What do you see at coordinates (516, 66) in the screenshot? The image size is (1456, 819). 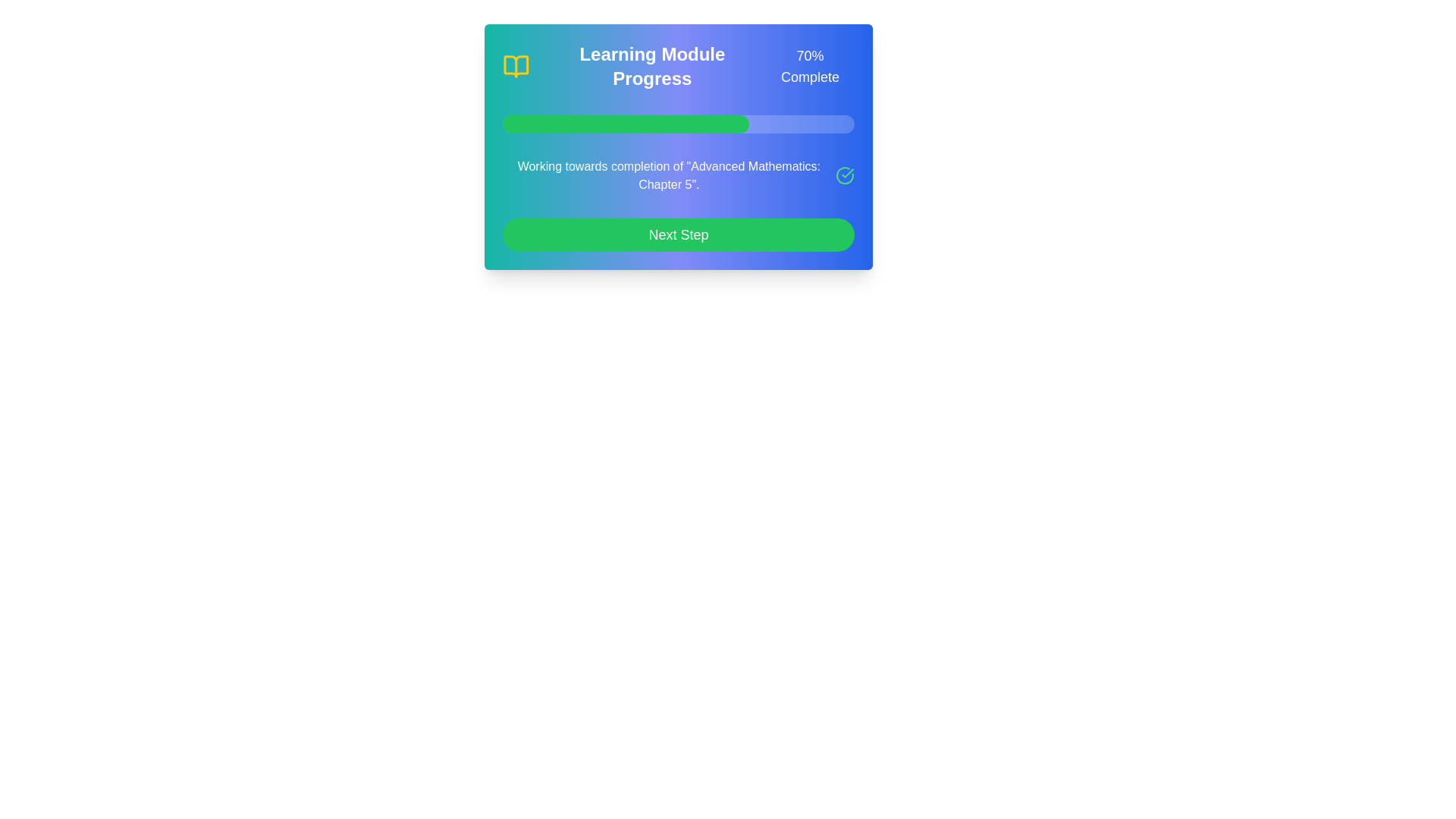 I see `the icon representing reading or progress in the learning module, located to the left of the title 'Learning Module Progress' in the top-left section of the card` at bounding box center [516, 66].